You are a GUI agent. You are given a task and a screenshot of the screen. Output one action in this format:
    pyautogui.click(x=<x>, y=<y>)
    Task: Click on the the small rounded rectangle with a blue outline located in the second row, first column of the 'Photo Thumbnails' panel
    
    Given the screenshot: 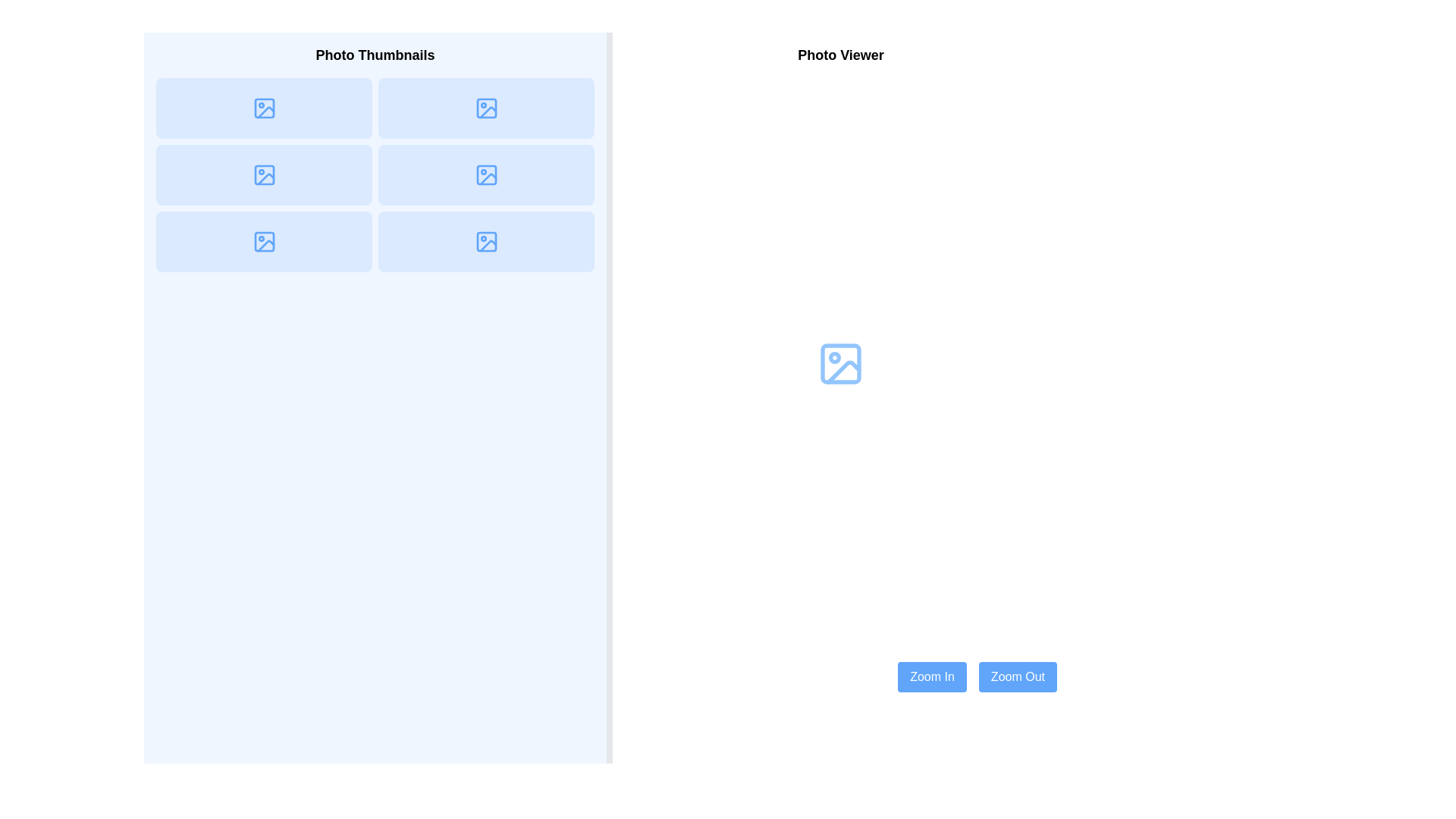 What is the action you would take?
    pyautogui.click(x=264, y=174)
    